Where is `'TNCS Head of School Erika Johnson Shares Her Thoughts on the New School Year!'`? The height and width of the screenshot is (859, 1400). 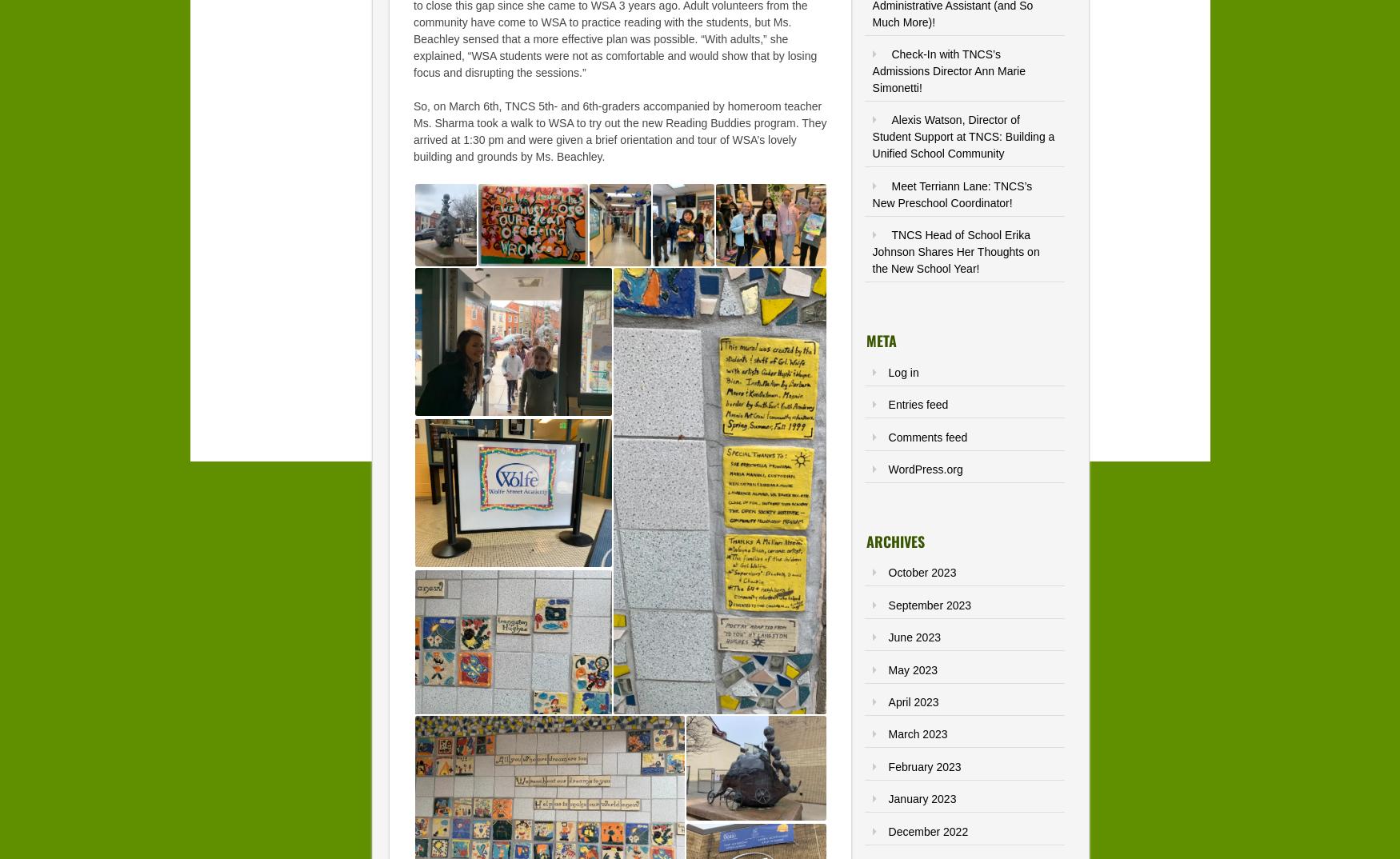 'TNCS Head of School Erika Johnson Shares Her Thoughts on the New School Year!' is located at coordinates (872, 252).